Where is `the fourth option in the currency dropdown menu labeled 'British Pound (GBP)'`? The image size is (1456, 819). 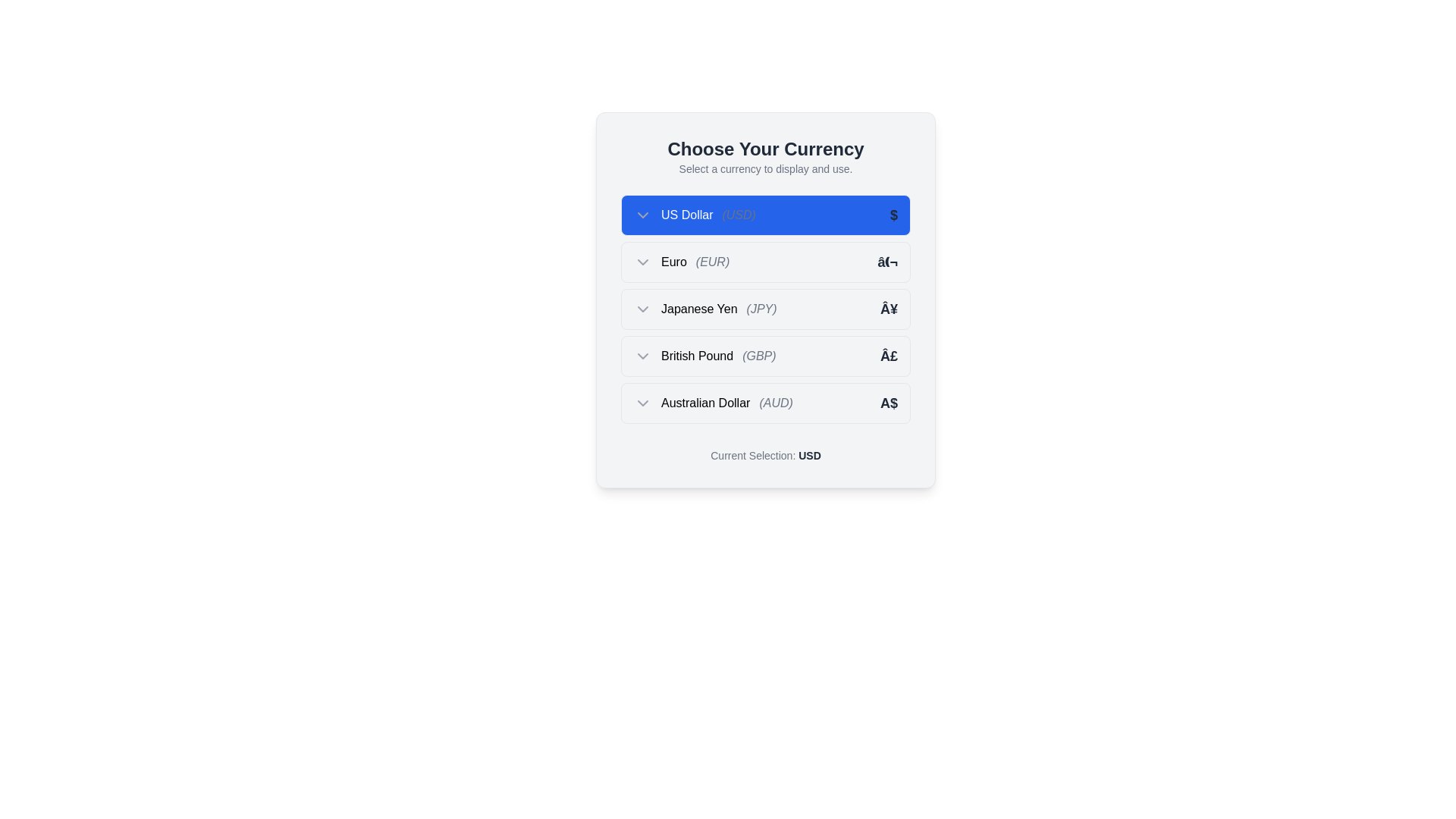 the fourth option in the currency dropdown menu labeled 'British Pound (GBP)' is located at coordinates (765, 356).